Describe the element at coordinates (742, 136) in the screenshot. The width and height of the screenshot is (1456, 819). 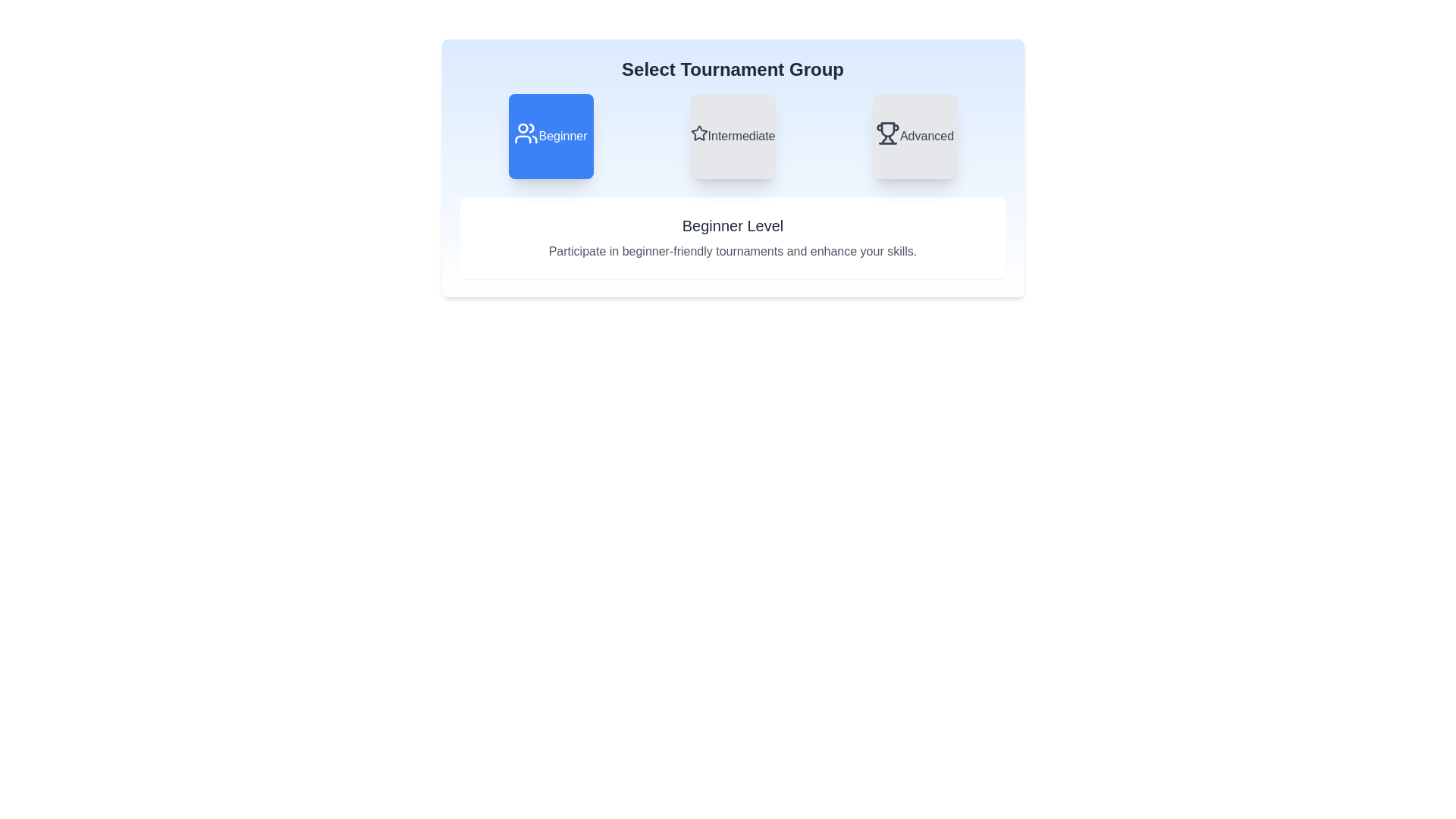
I see `the 'Intermediate' text label, which is centrally positioned on a rectangular button with rounded corners in a selection group` at that location.